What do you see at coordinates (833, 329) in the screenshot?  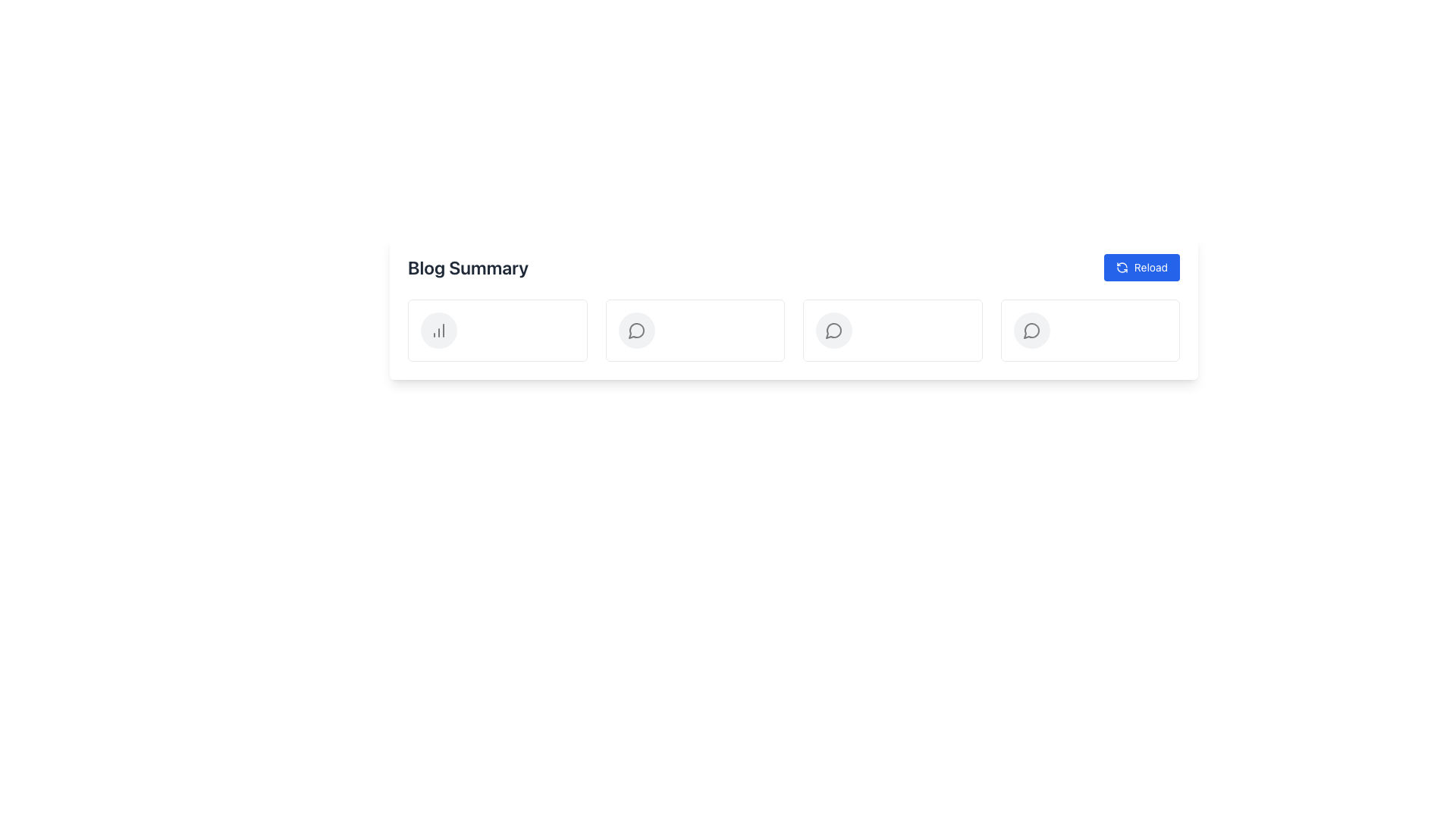 I see `the fourth circular icon related to messaging or comments` at bounding box center [833, 329].